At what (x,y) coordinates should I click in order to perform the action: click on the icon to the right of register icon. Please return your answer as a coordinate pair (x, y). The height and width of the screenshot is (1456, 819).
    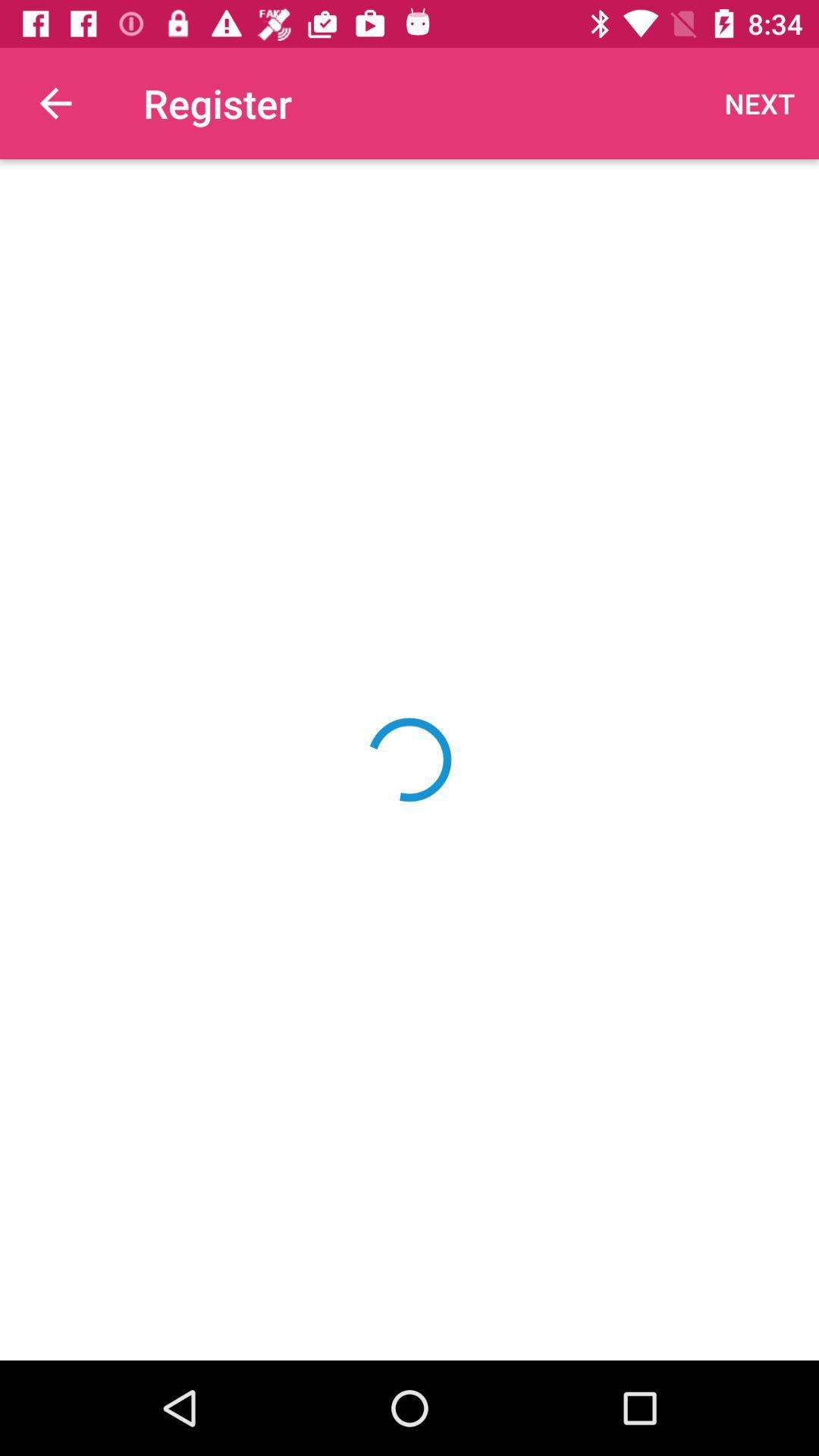
    Looking at the image, I should click on (760, 102).